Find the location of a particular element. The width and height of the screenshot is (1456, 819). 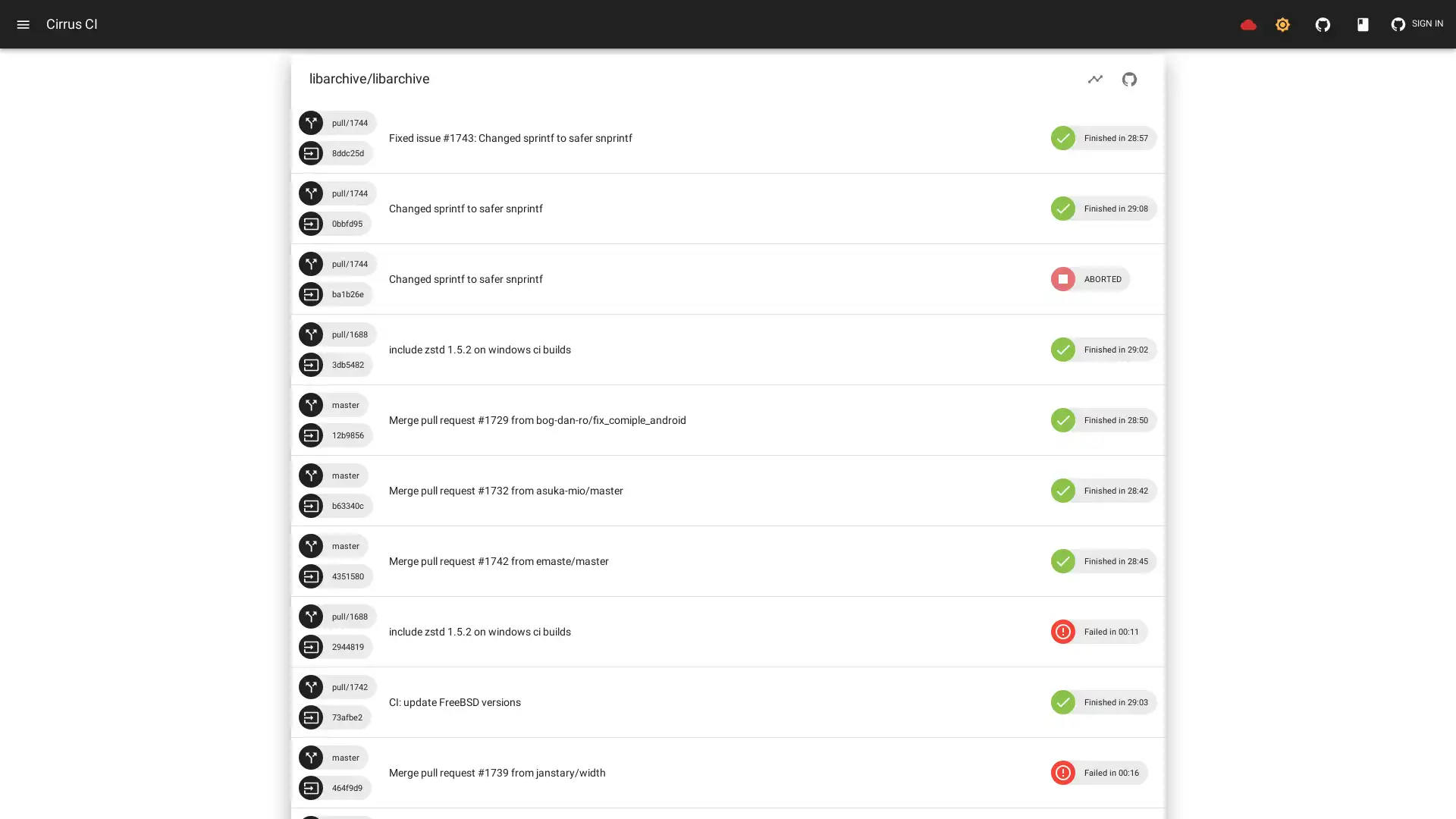

pull/1744 is located at coordinates (337, 122).